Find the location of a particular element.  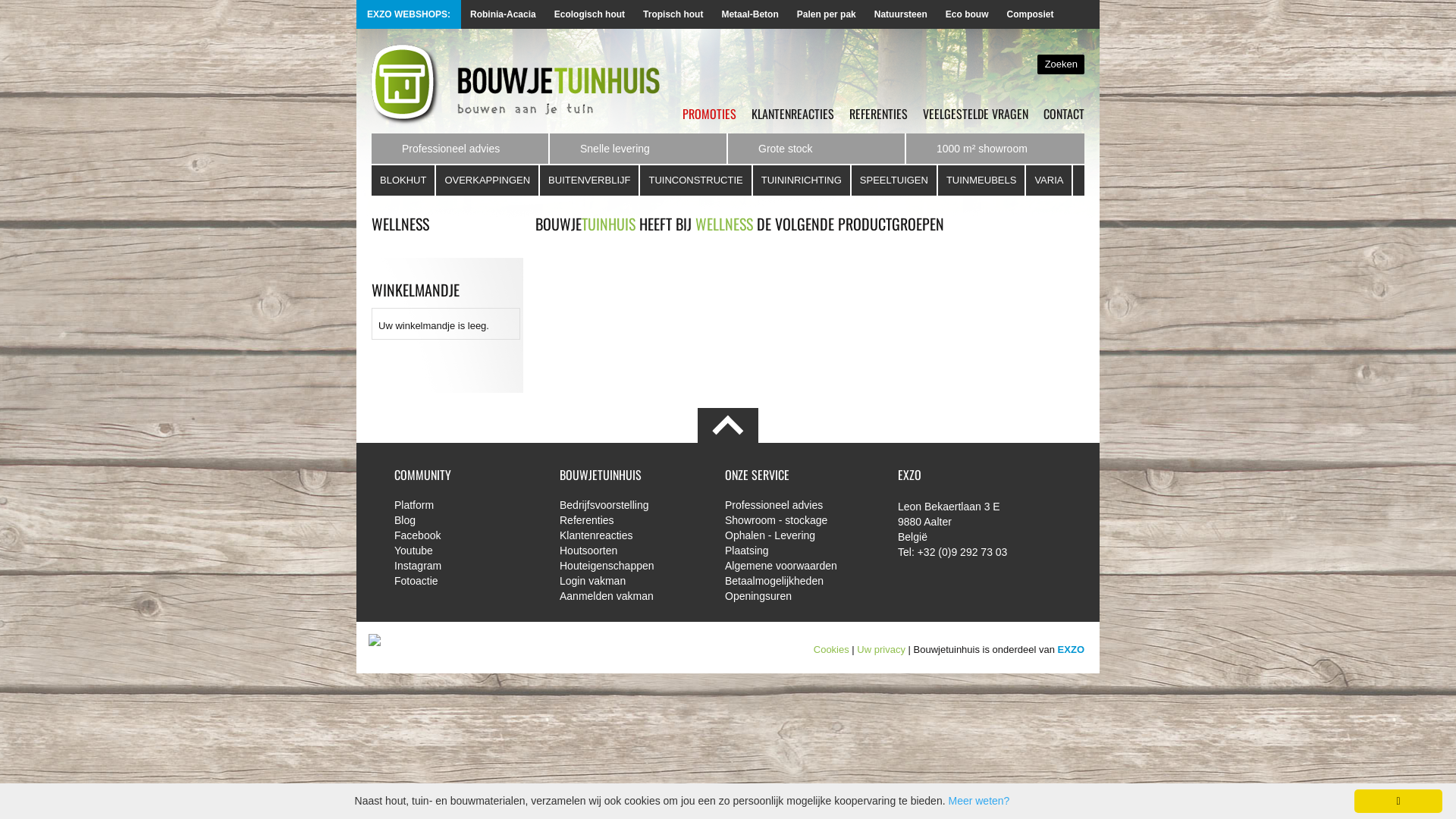

'Zoeken' is located at coordinates (1037, 63).